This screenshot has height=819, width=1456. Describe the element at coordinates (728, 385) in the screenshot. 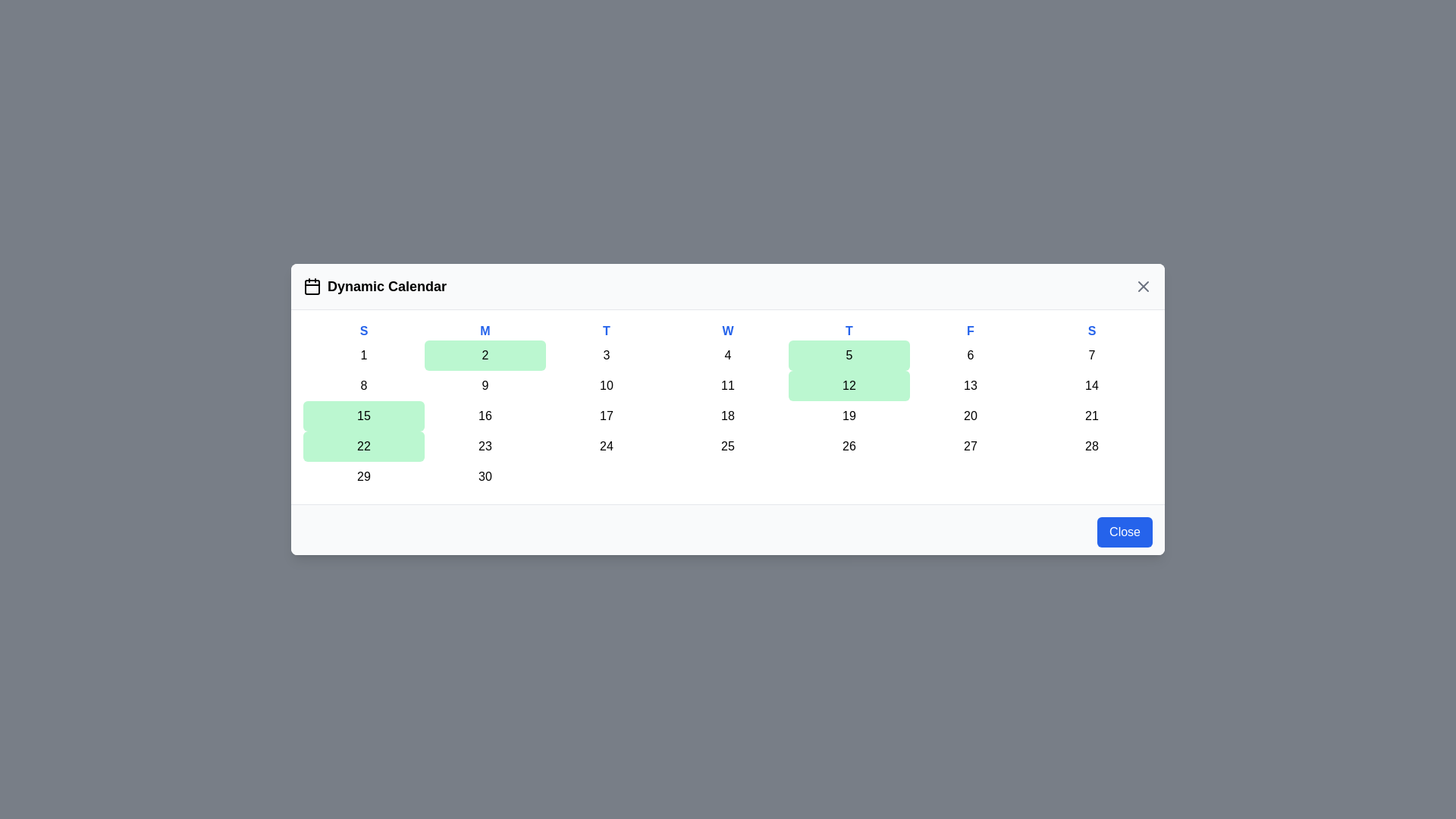

I see `the day cell corresponding to 11` at that location.